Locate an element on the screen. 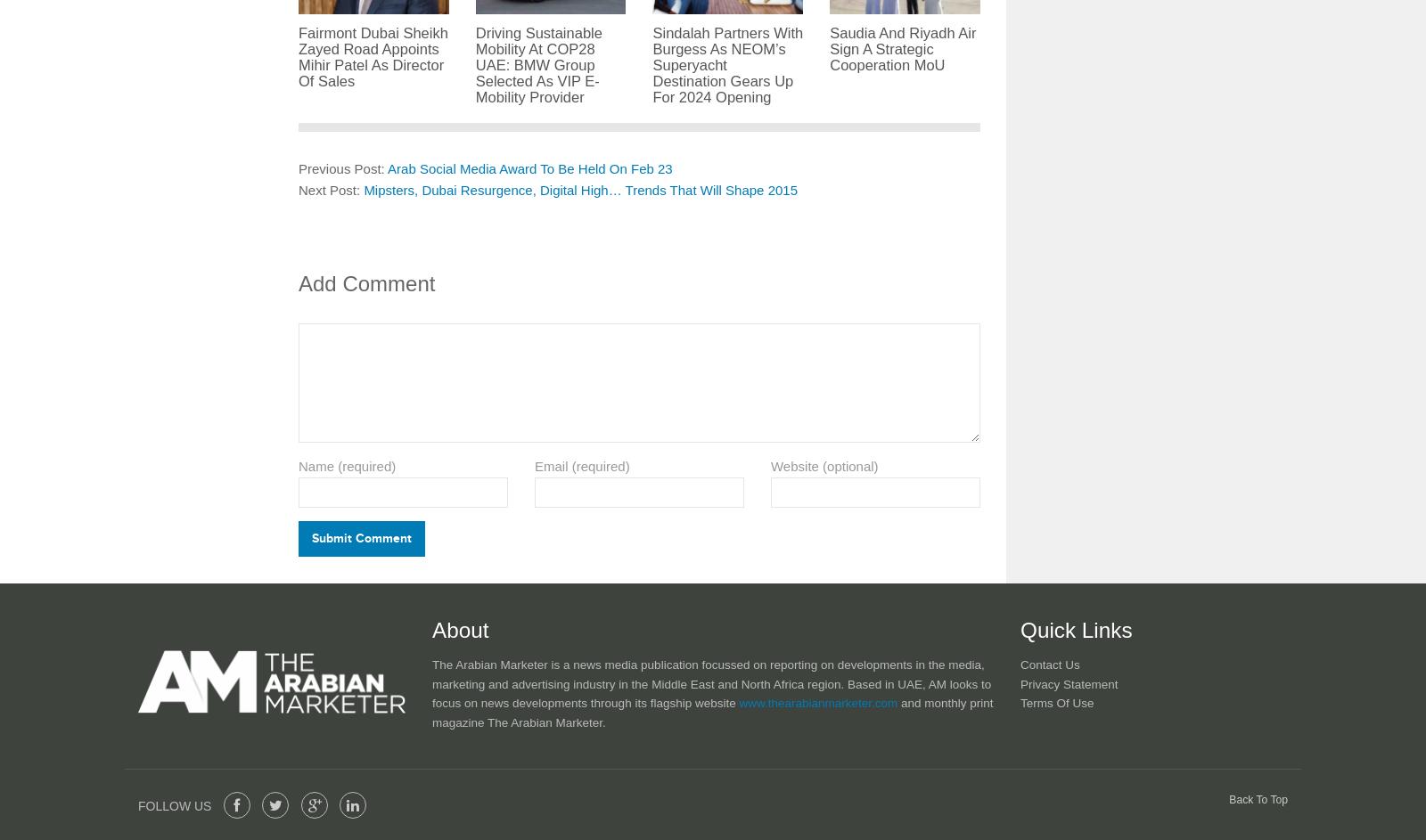 The image size is (1426, 840). 'Fairmont Dubai Sheikh Zayed Road Appoints Mihir Patel As Director Of Sales' is located at coordinates (372, 54).